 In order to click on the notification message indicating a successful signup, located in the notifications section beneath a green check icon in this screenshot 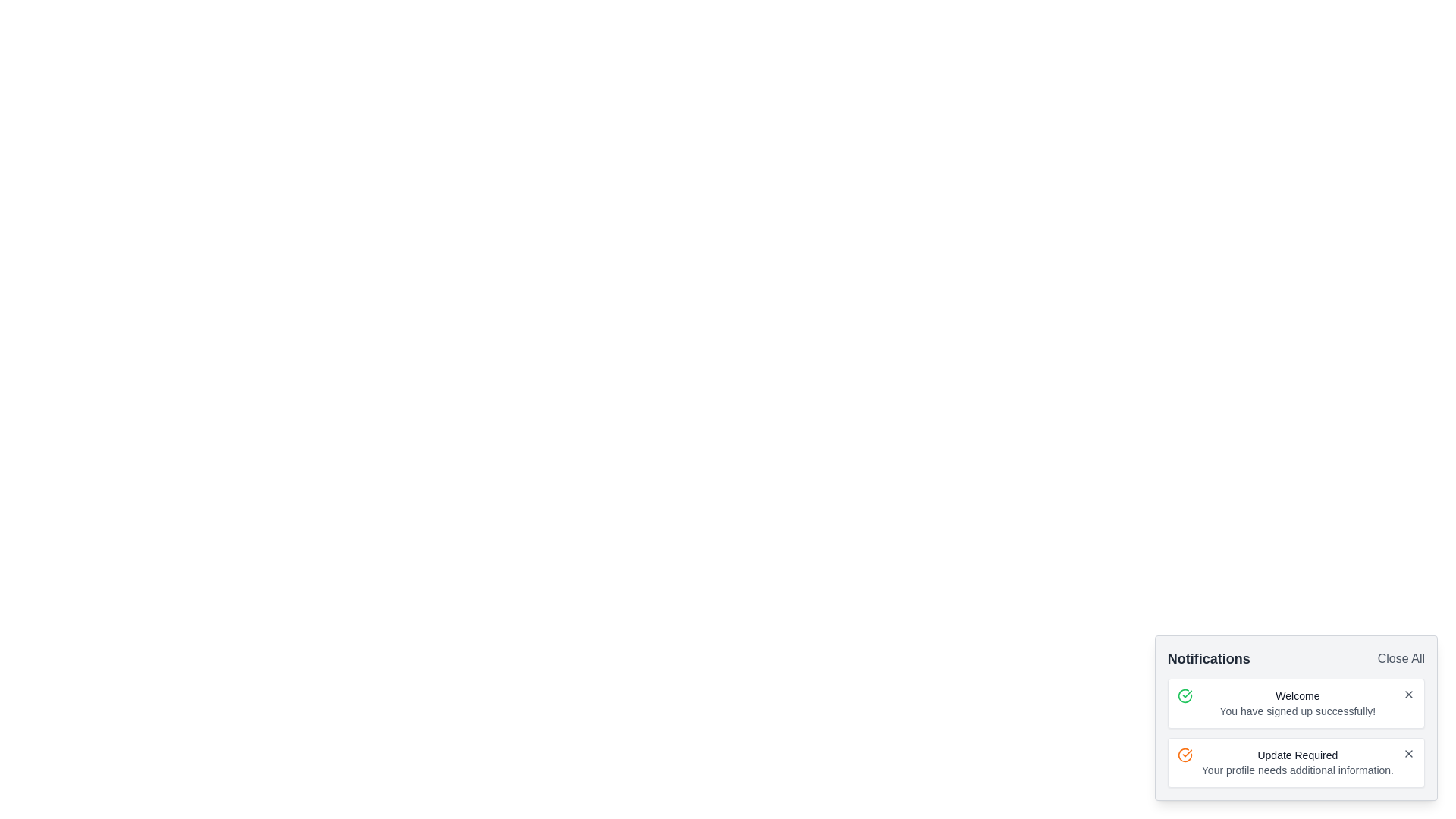, I will do `click(1297, 704)`.